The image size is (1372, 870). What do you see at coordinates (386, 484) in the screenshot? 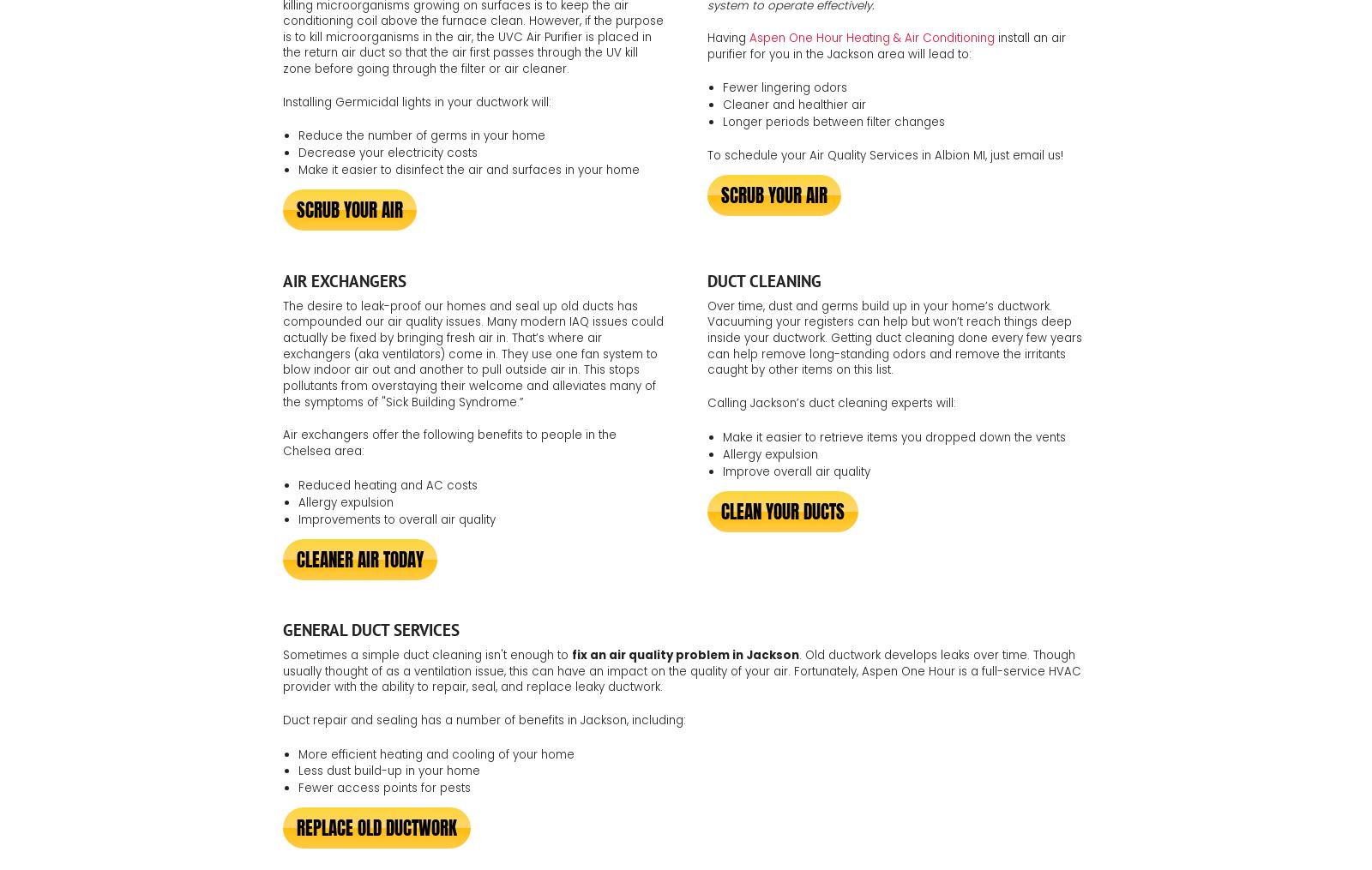
I see `'Reduced heating and AC costs'` at bounding box center [386, 484].